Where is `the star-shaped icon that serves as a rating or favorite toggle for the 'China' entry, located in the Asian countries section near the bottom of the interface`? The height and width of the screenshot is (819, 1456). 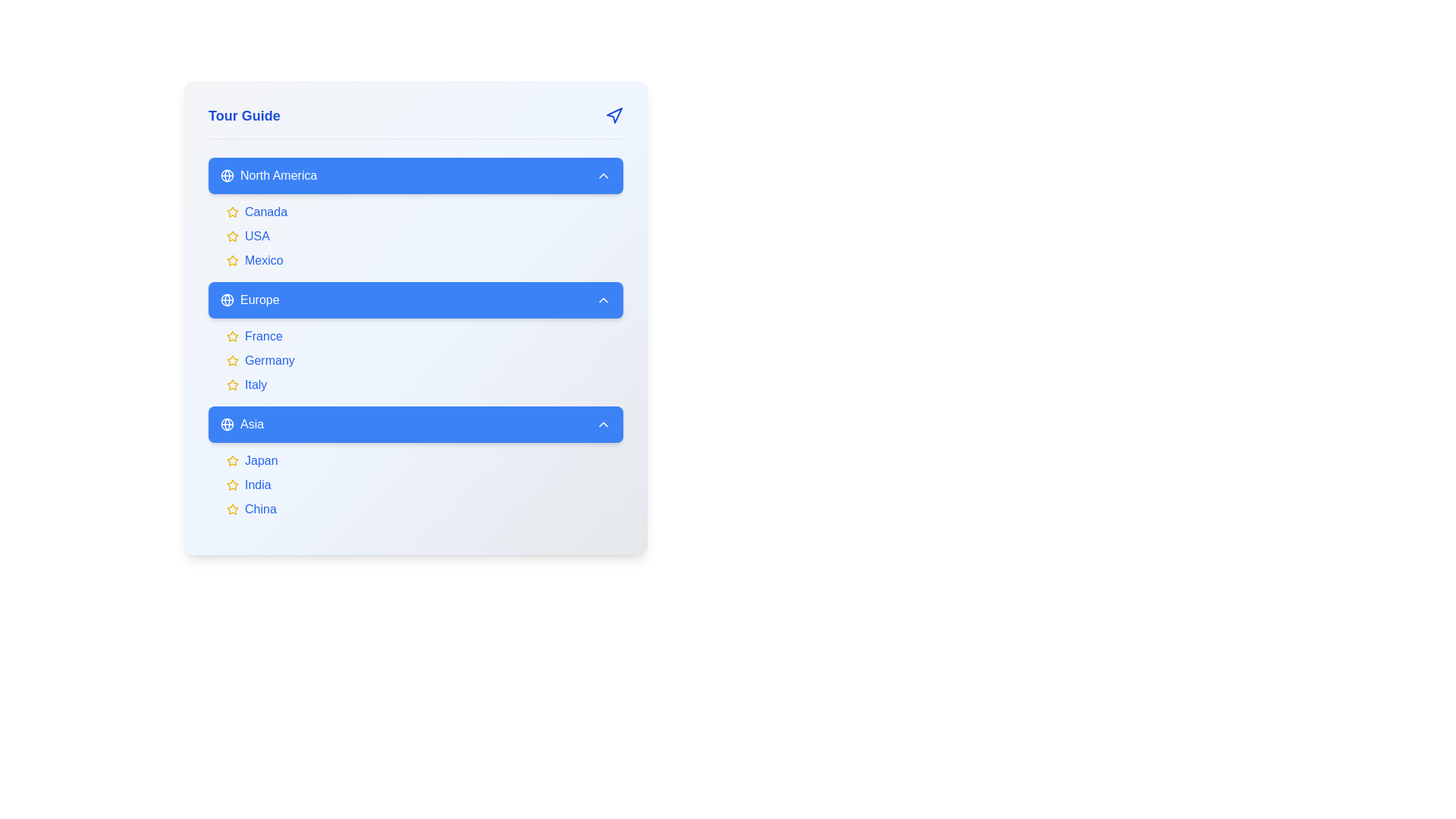
the star-shaped icon that serves as a rating or favorite toggle for the 'China' entry, located in the Asian countries section near the bottom of the interface is located at coordinates (232, 509).